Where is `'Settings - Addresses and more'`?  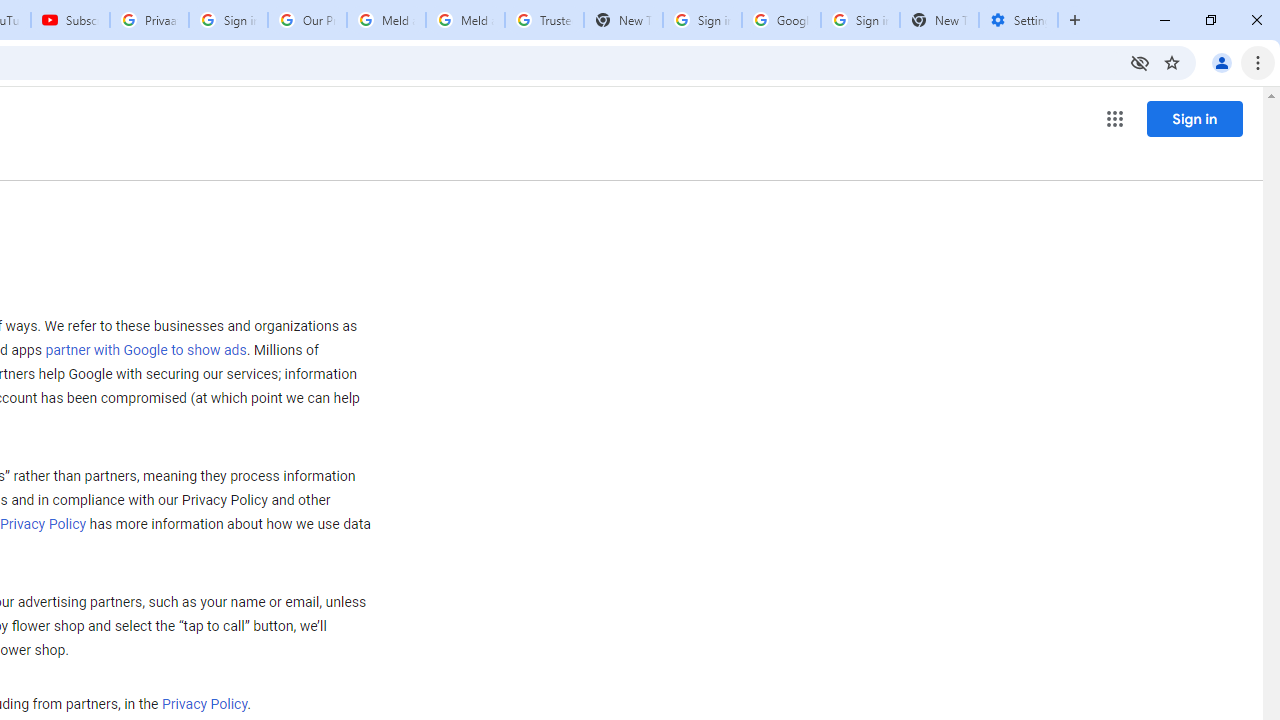 'Settings - Addresses and more' is located at coordinates (1018, 20).